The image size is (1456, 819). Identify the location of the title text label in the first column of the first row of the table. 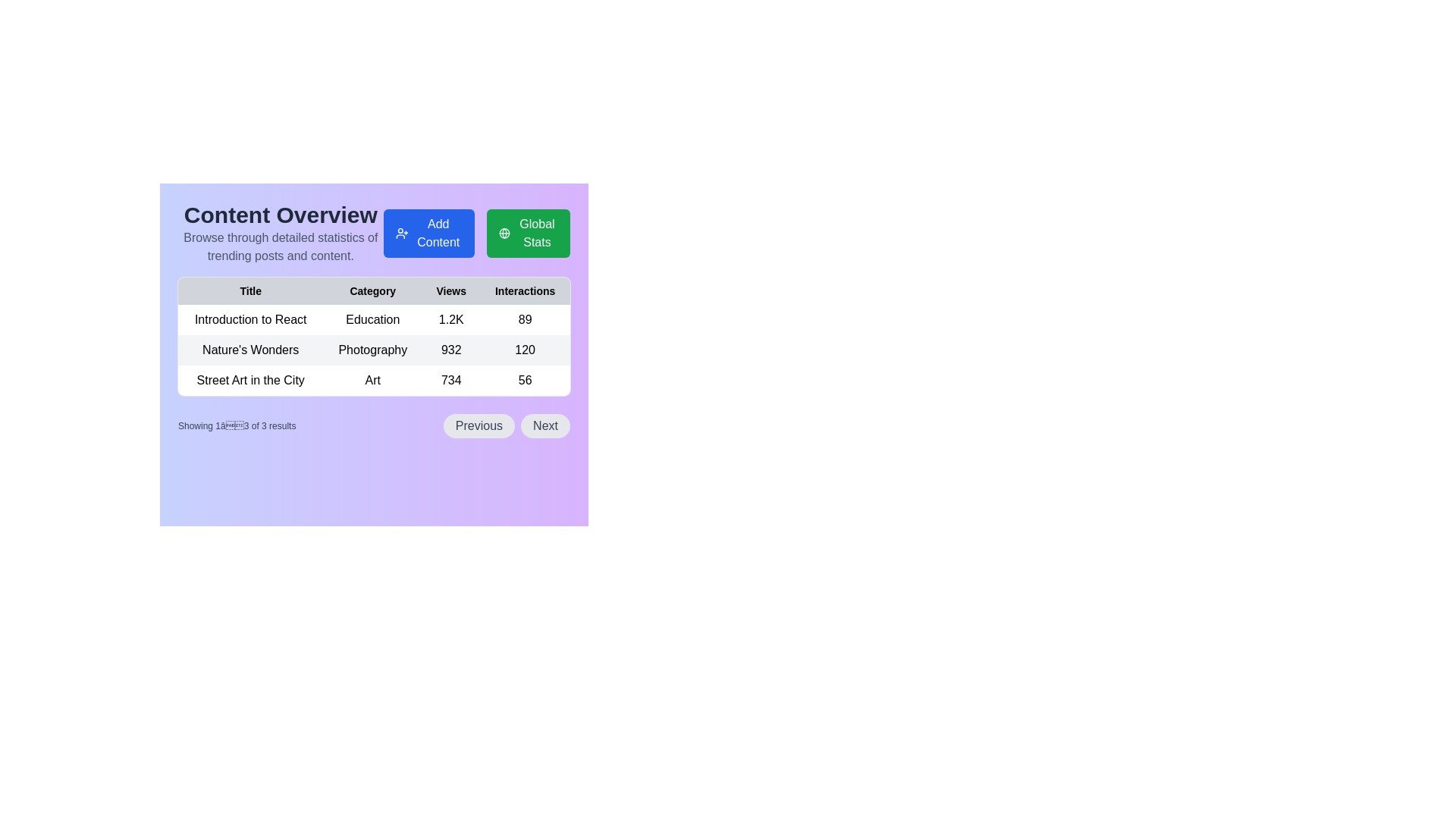
(250, 318).